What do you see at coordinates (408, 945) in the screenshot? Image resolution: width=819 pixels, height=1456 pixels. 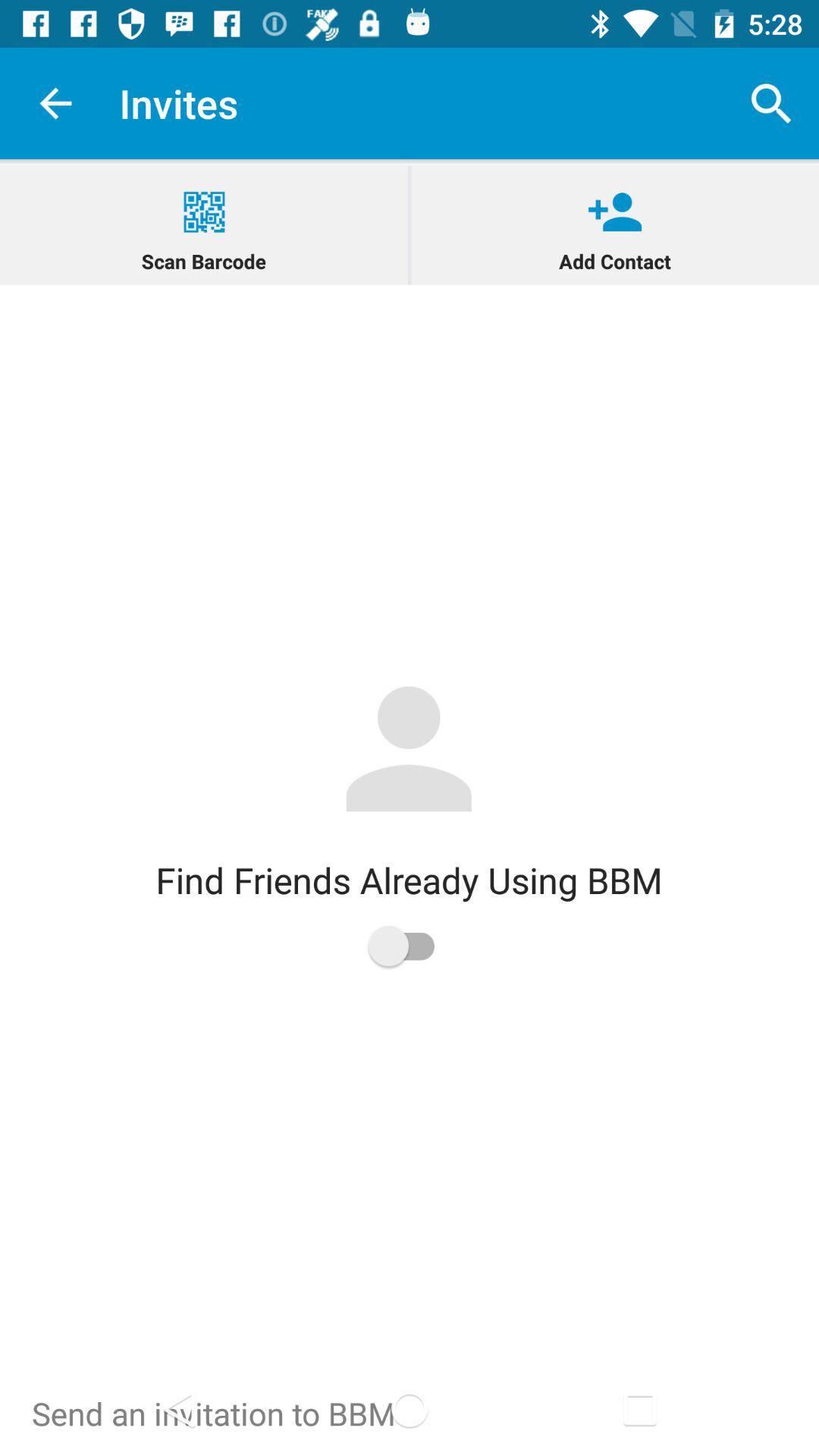 I see `item below the find friends already icon` at bounding box center [408, 945].